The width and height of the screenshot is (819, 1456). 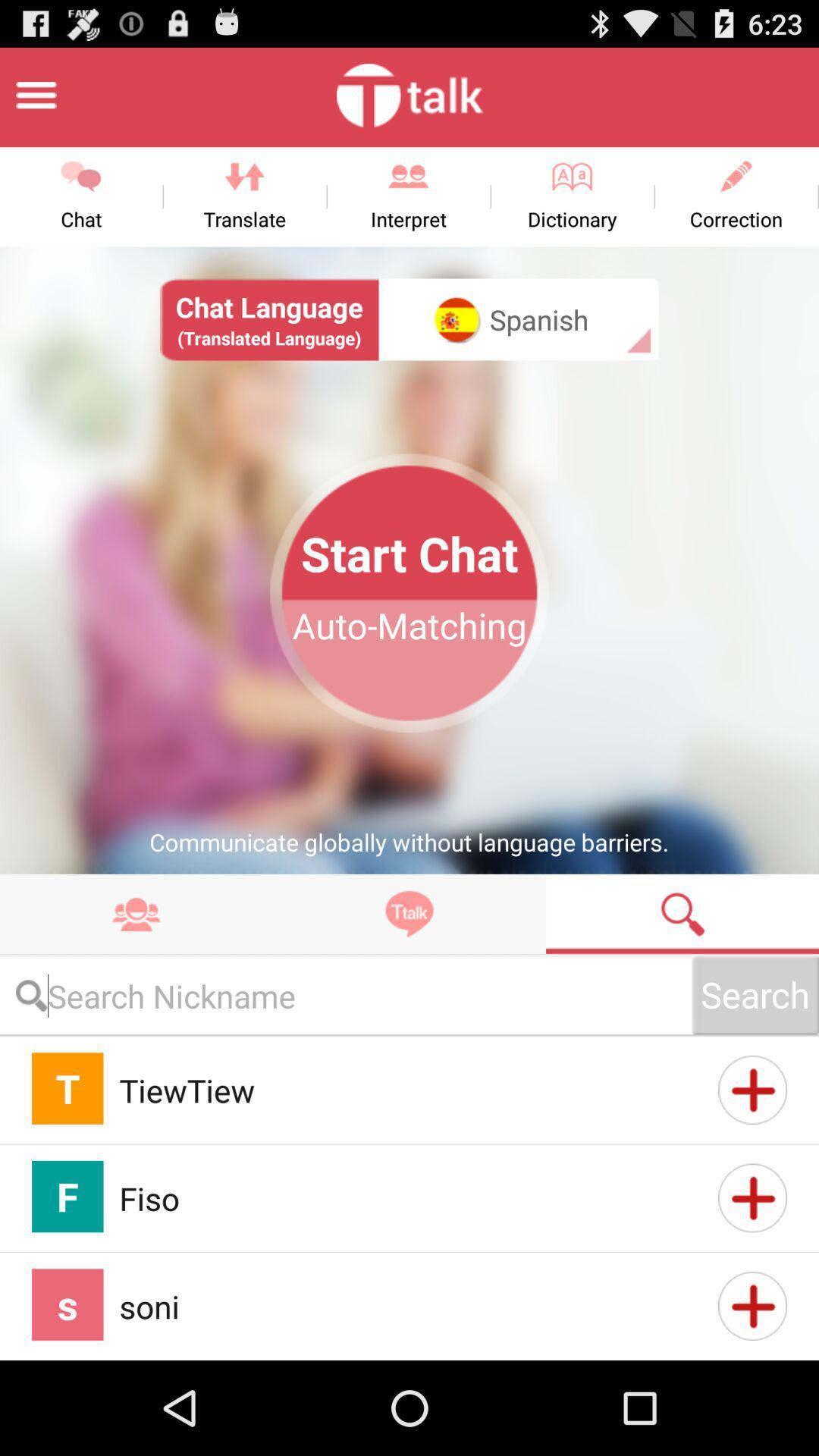 I want to click on the explore icon, so click(x=409, y=977).